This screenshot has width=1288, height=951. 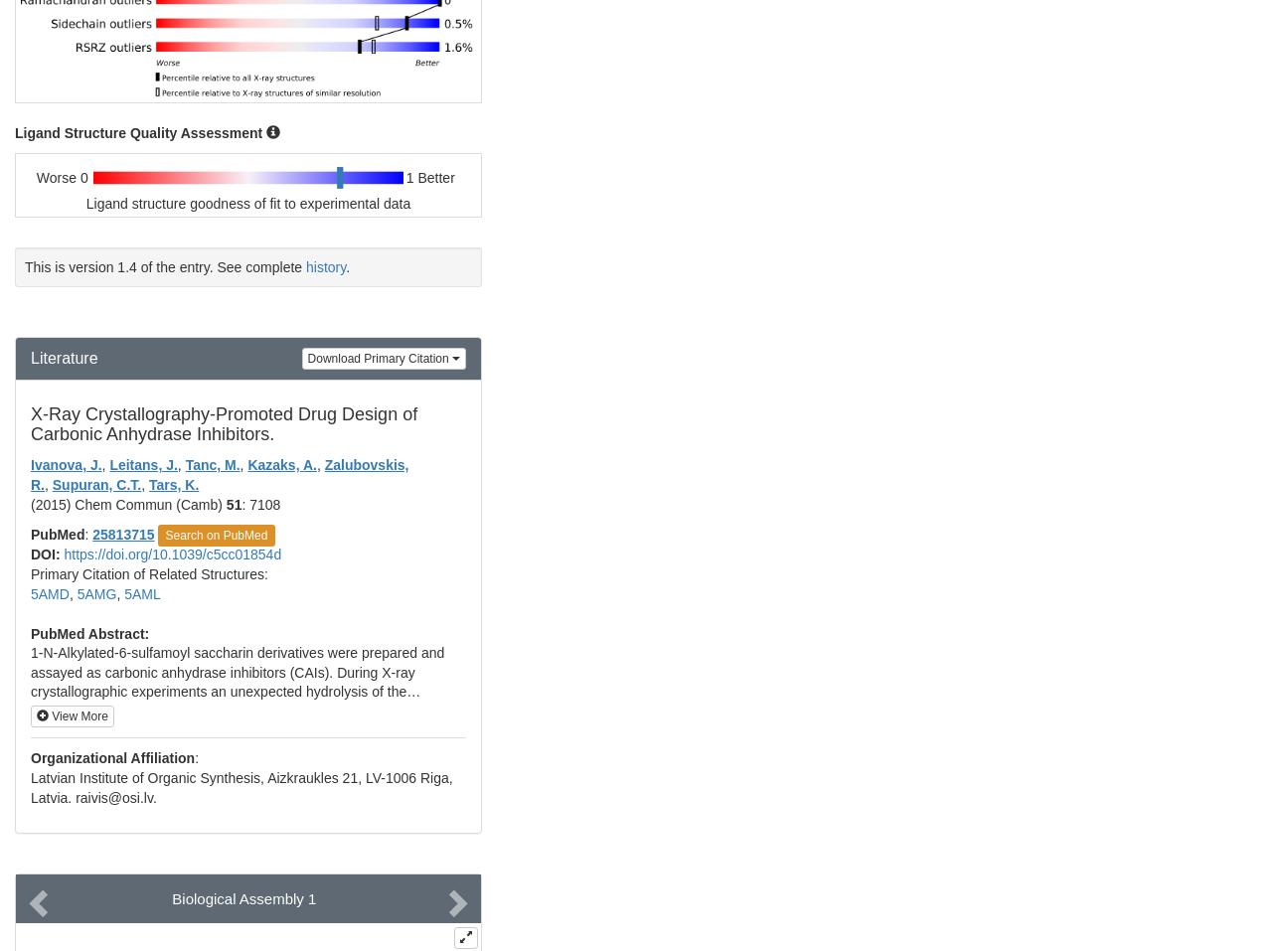 What do you see at coordinates (236, 701) in the screenshot?
I see `'1-N-Alkylated-6-sulfamoyl saccharin derivatives were prepared and assayed as carbonic anhydrase inhibitors (CAIs). During X-ray crystallographic experiments an unexpected hydrolysis of the isothiazole ring was evidenced which allowed us to prepare highly potent enzyme inhibitors with selectivity for some isoforms with medical applications.'` at bounding box center [236, 701].